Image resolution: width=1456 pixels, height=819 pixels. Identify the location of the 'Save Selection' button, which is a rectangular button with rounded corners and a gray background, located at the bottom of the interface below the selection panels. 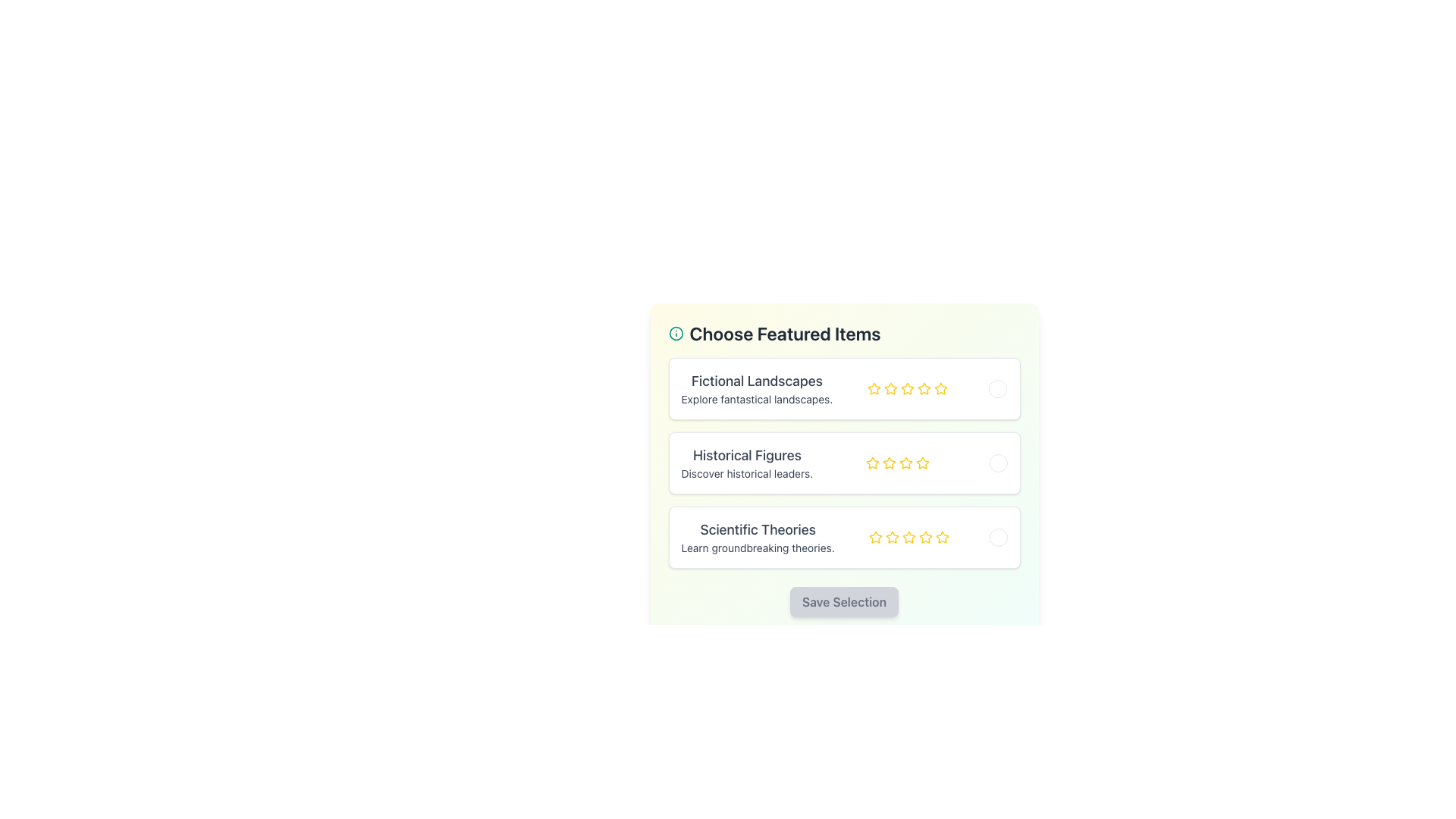
(843, 601).